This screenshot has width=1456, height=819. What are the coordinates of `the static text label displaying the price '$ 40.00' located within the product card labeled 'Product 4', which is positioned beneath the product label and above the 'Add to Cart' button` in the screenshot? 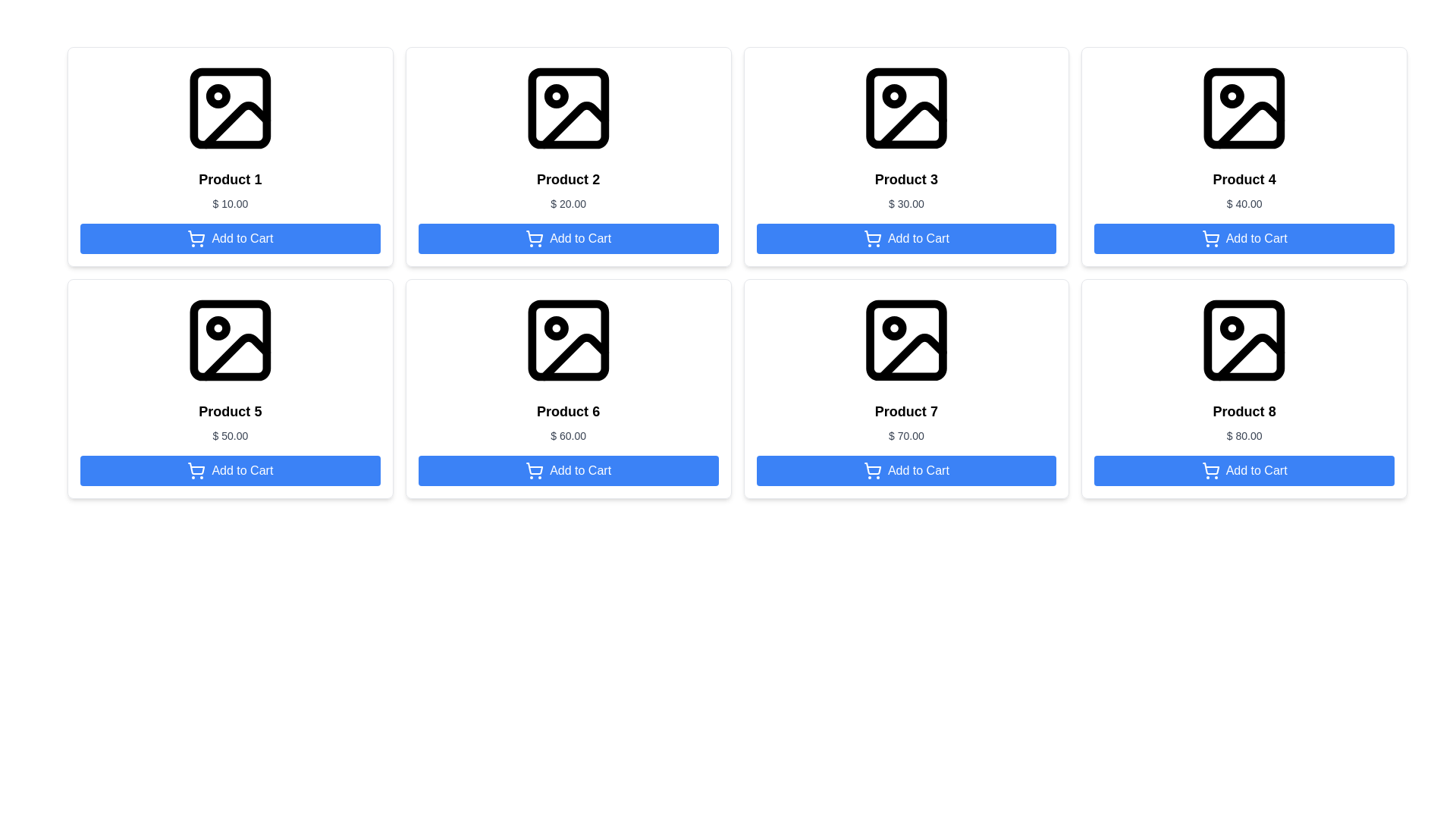 It's located at (1244, 203).